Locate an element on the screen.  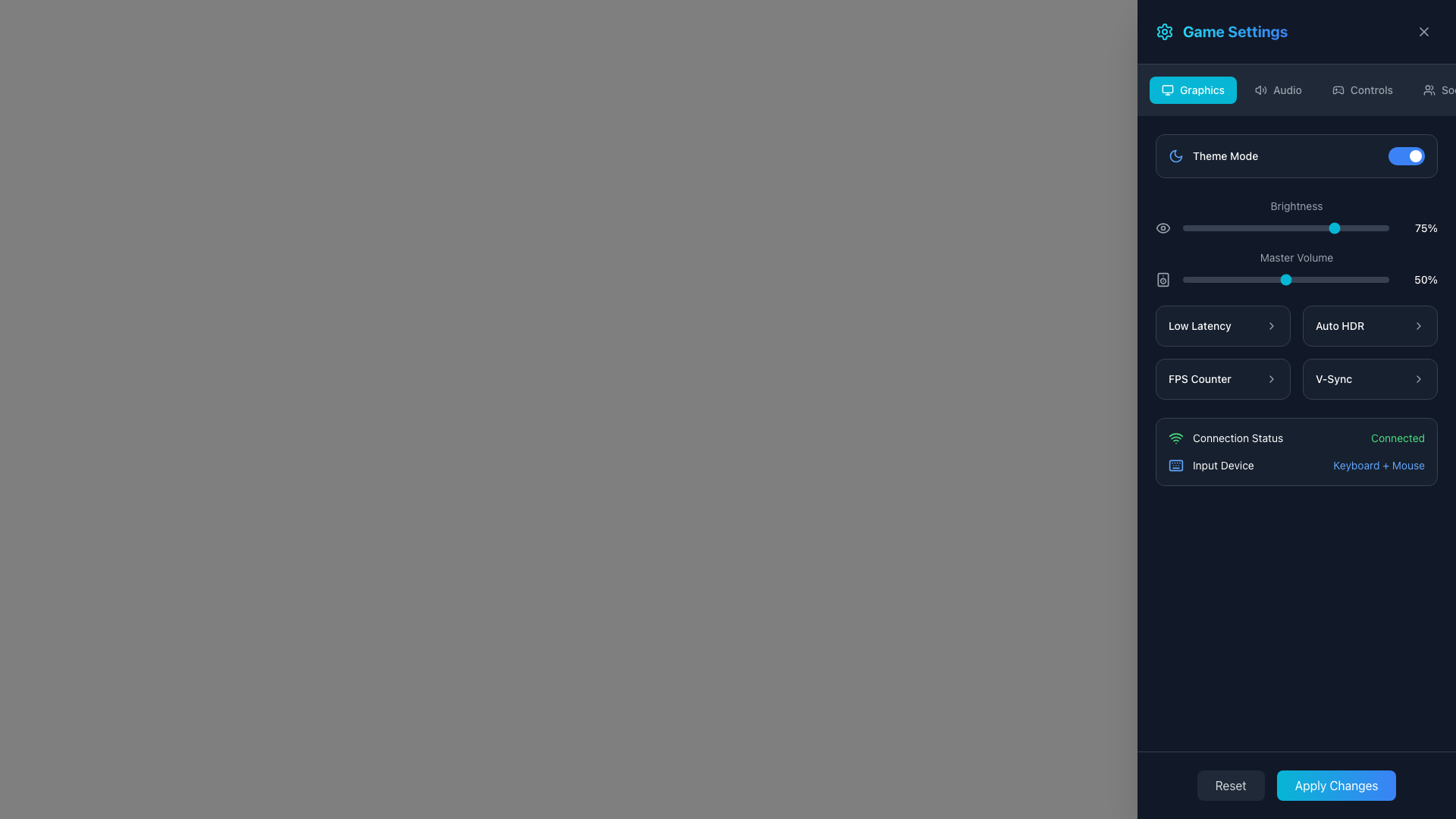
the circular blue moon icon with a crescent shape located in the 'Theme Mode' control section, to the left of the toggle switch is located at coordinates (1175, 155).